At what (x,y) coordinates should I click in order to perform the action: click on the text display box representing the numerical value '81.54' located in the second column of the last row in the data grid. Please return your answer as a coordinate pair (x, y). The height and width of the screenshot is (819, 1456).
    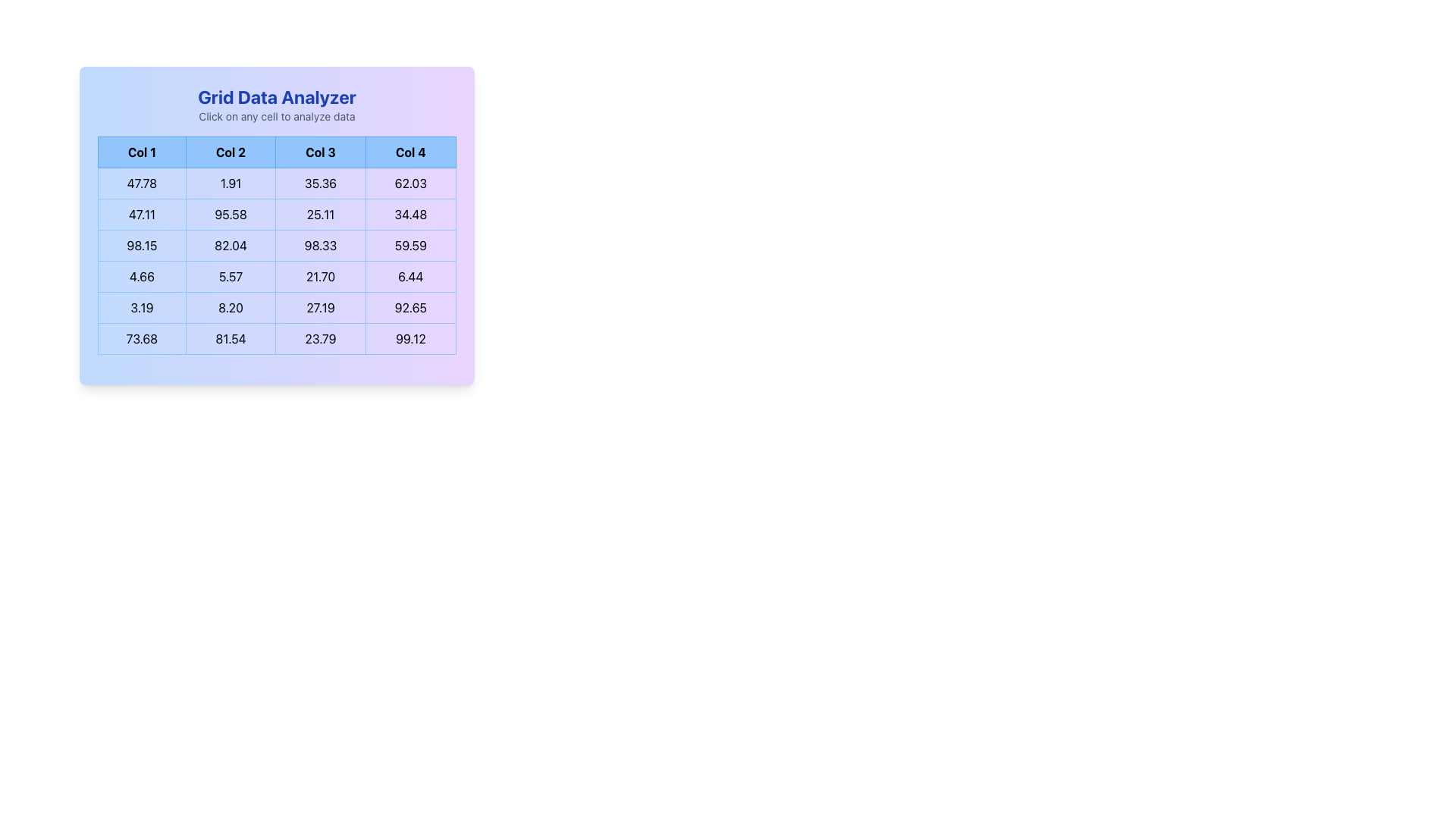
    Looking at the image, I should click on (230, 338).